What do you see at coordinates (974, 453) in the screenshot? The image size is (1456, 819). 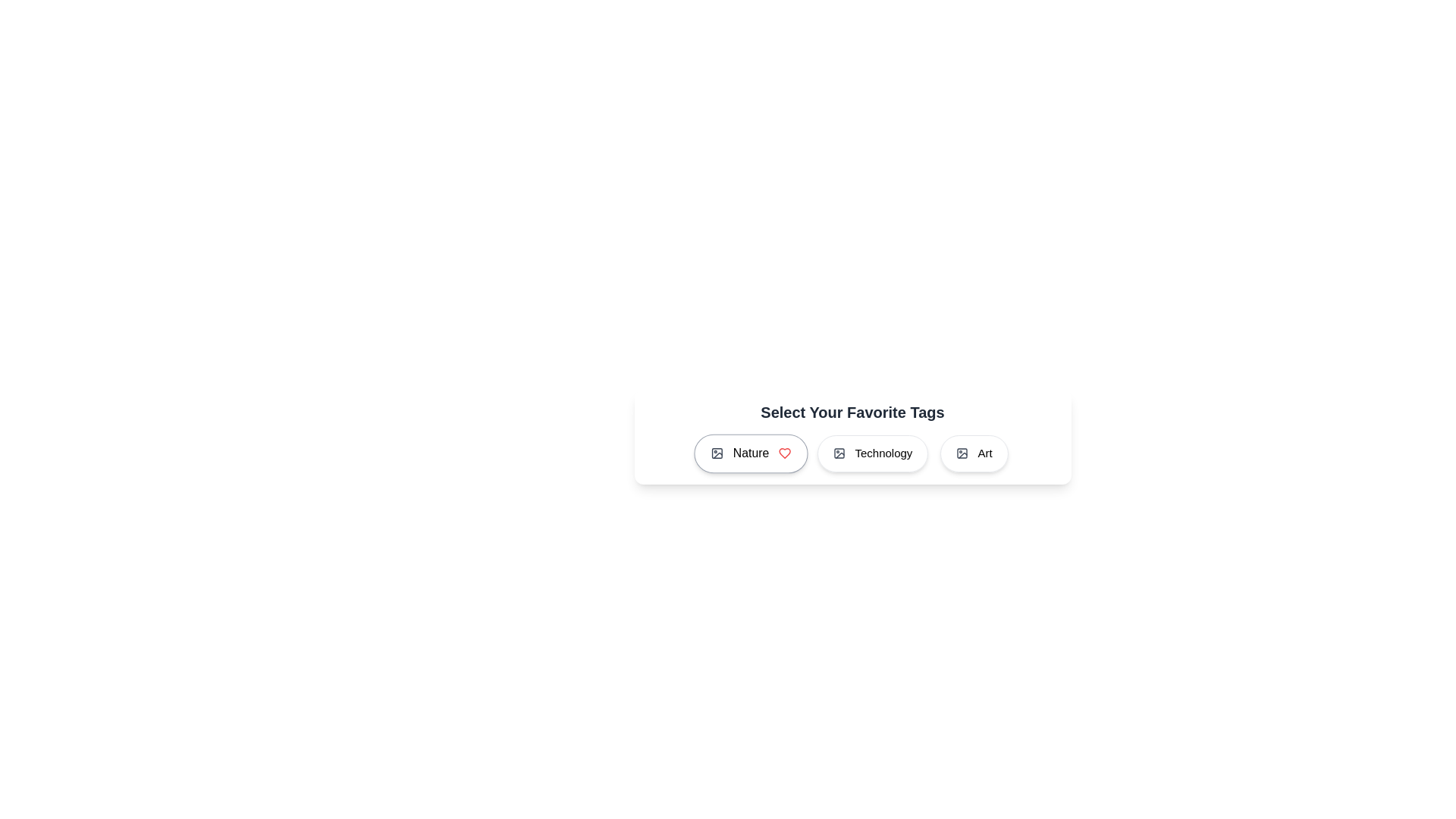 I see `the tag Art` at bounding box center [974, 453].